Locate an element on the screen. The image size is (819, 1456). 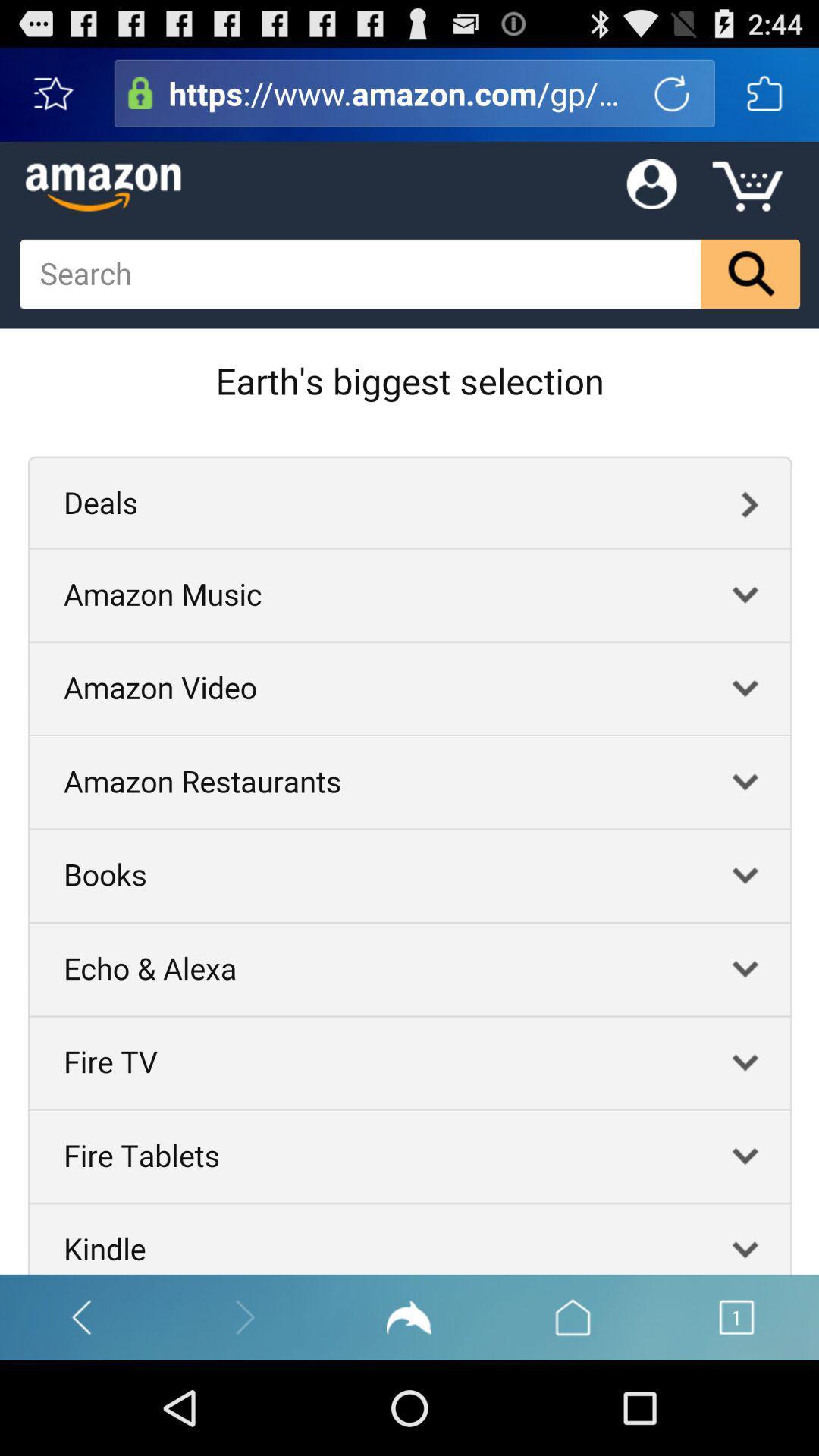
visit site information is located at coordinates (140, 93).